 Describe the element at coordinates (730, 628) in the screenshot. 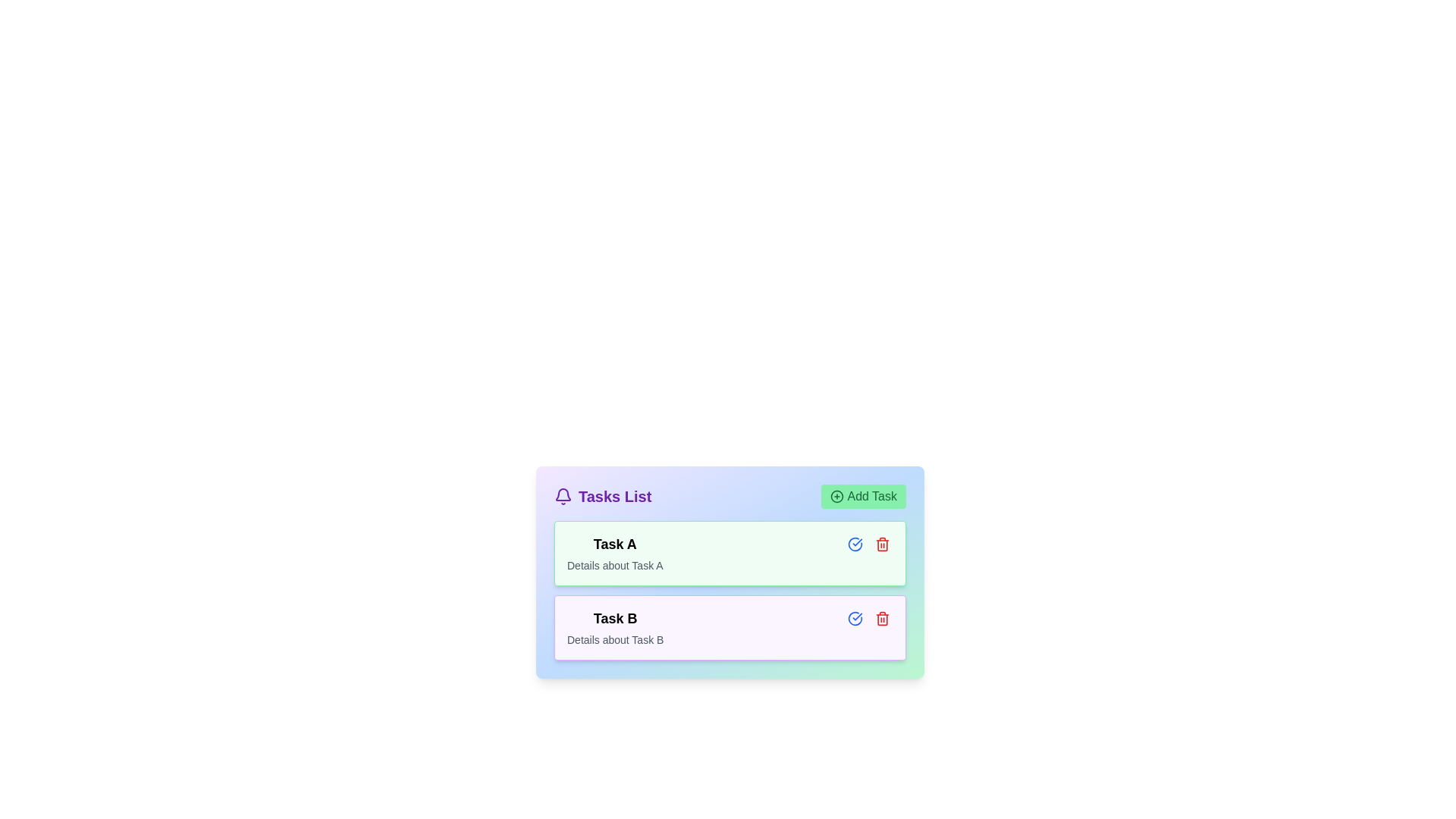

I see `the task card element styled with a light purple background, containing the title 'Task B' and description 'Details about Task B', which is the second item in the vertical task list` at that location.